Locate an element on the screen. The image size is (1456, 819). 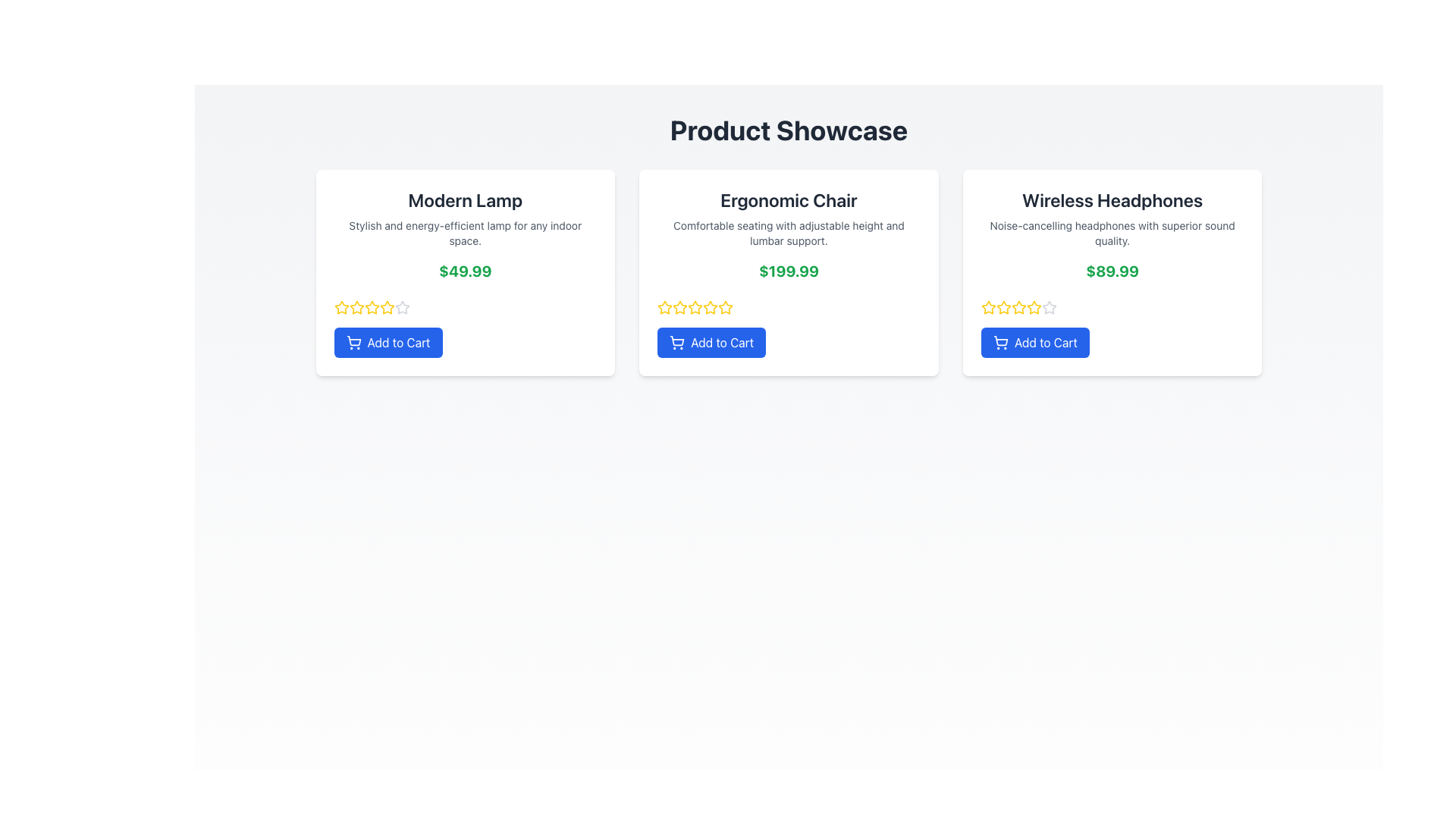
the fifth yellow hollow star icon in the rating system below the 'Modern Lamp' product description to rate it is located at coordinates (387, 307).